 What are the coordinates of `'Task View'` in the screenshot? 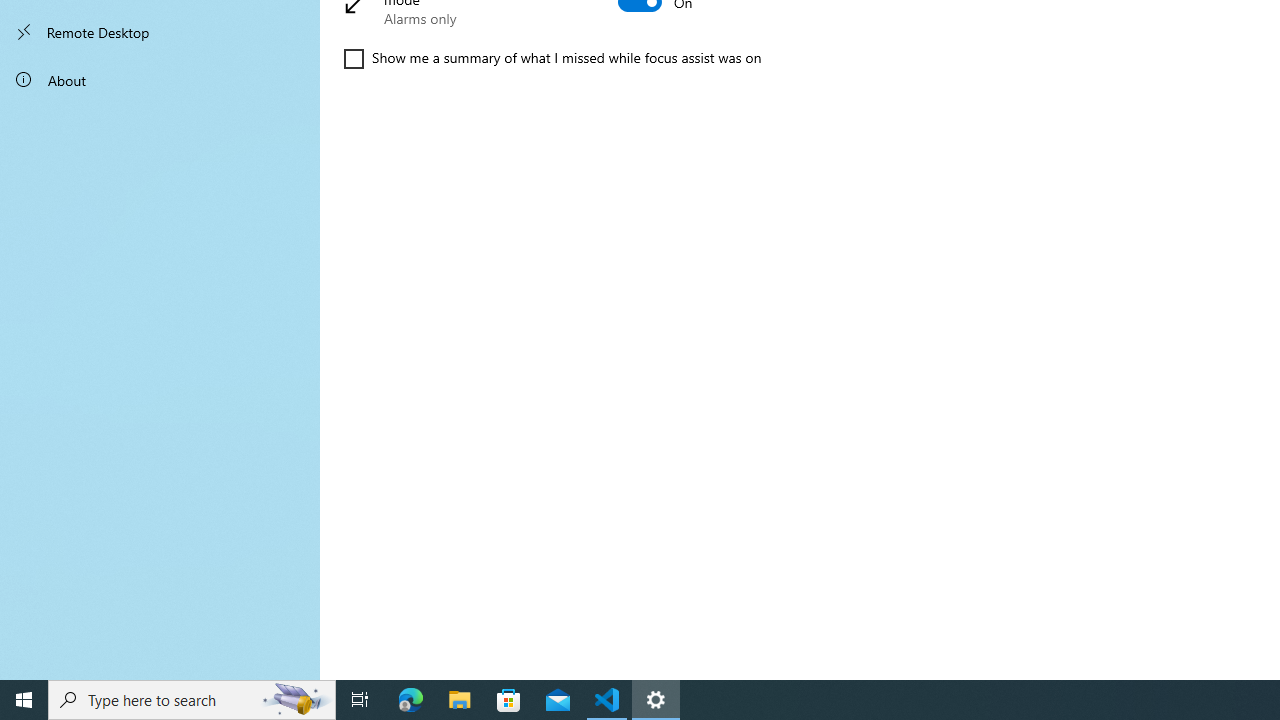 It's located at (359, 698).